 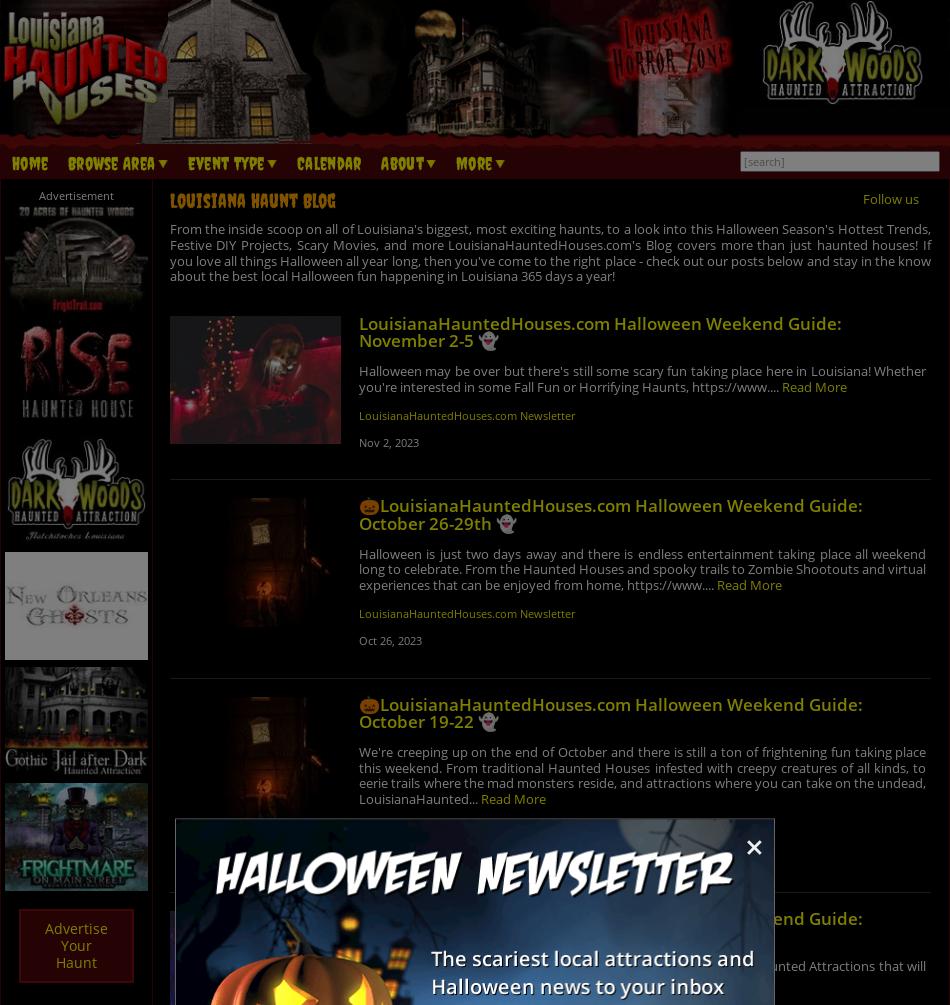 What do you see at coordinates (75, 927) in the screenshot?
I see `'Advertise'` at bounding box center [75, 927].